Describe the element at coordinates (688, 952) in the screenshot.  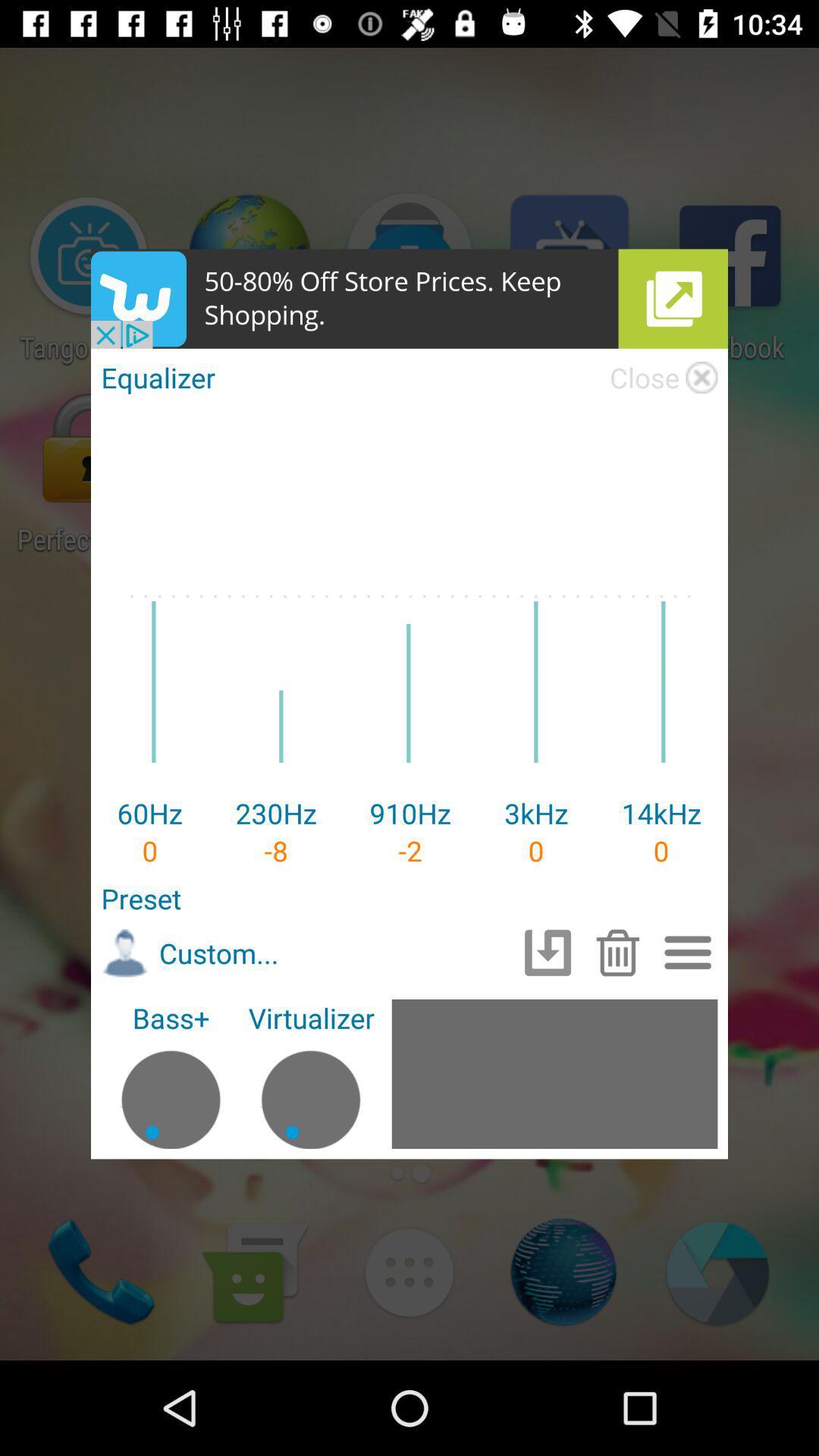
I see `the menu icon` at that location.